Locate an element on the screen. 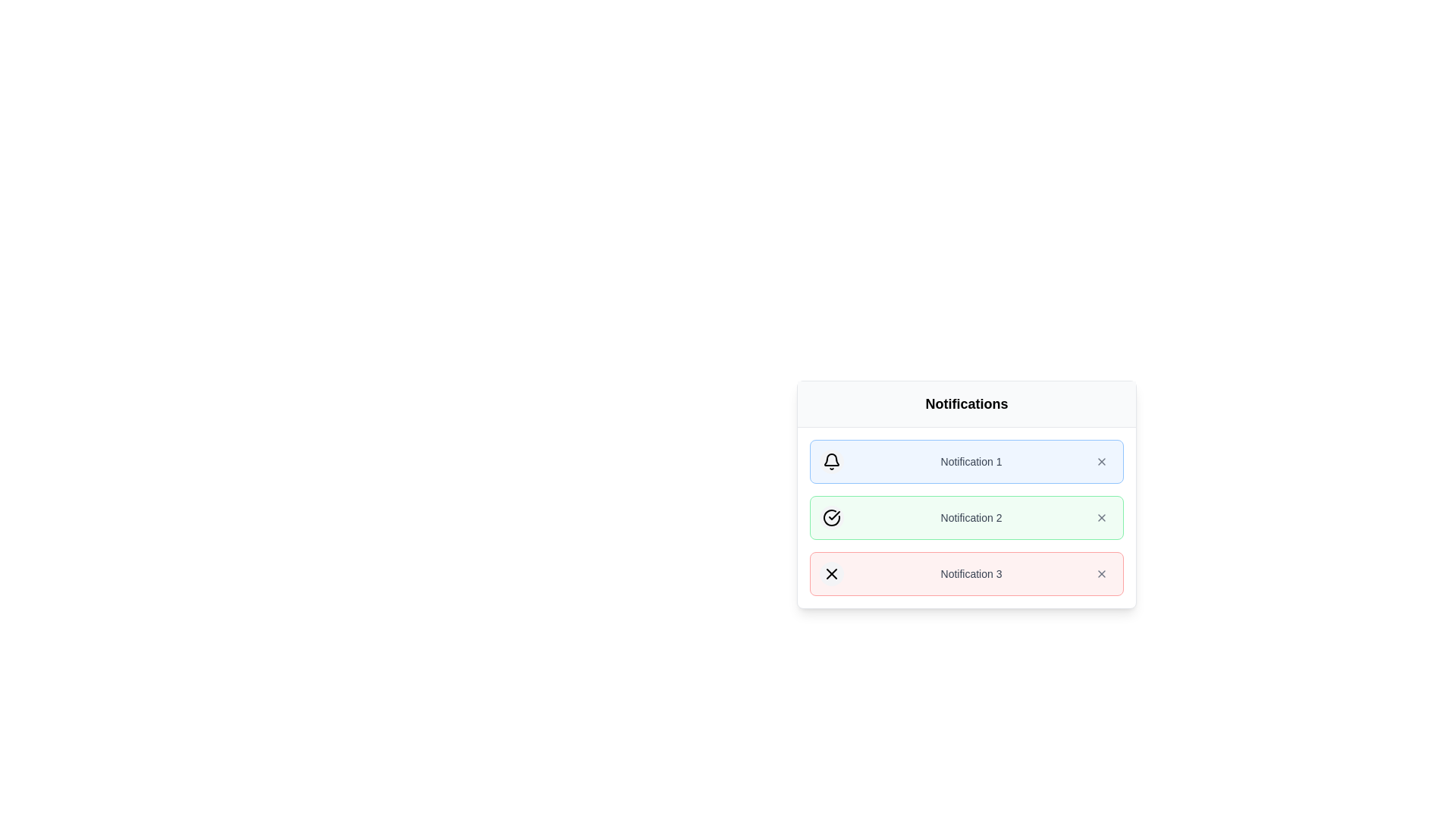 The image size is (1456, 819). the Notification item displaying 'Notification 2' with an associated checkmark icon and a close action button, located centrally in the notification list is located at coordinates (966, 516).